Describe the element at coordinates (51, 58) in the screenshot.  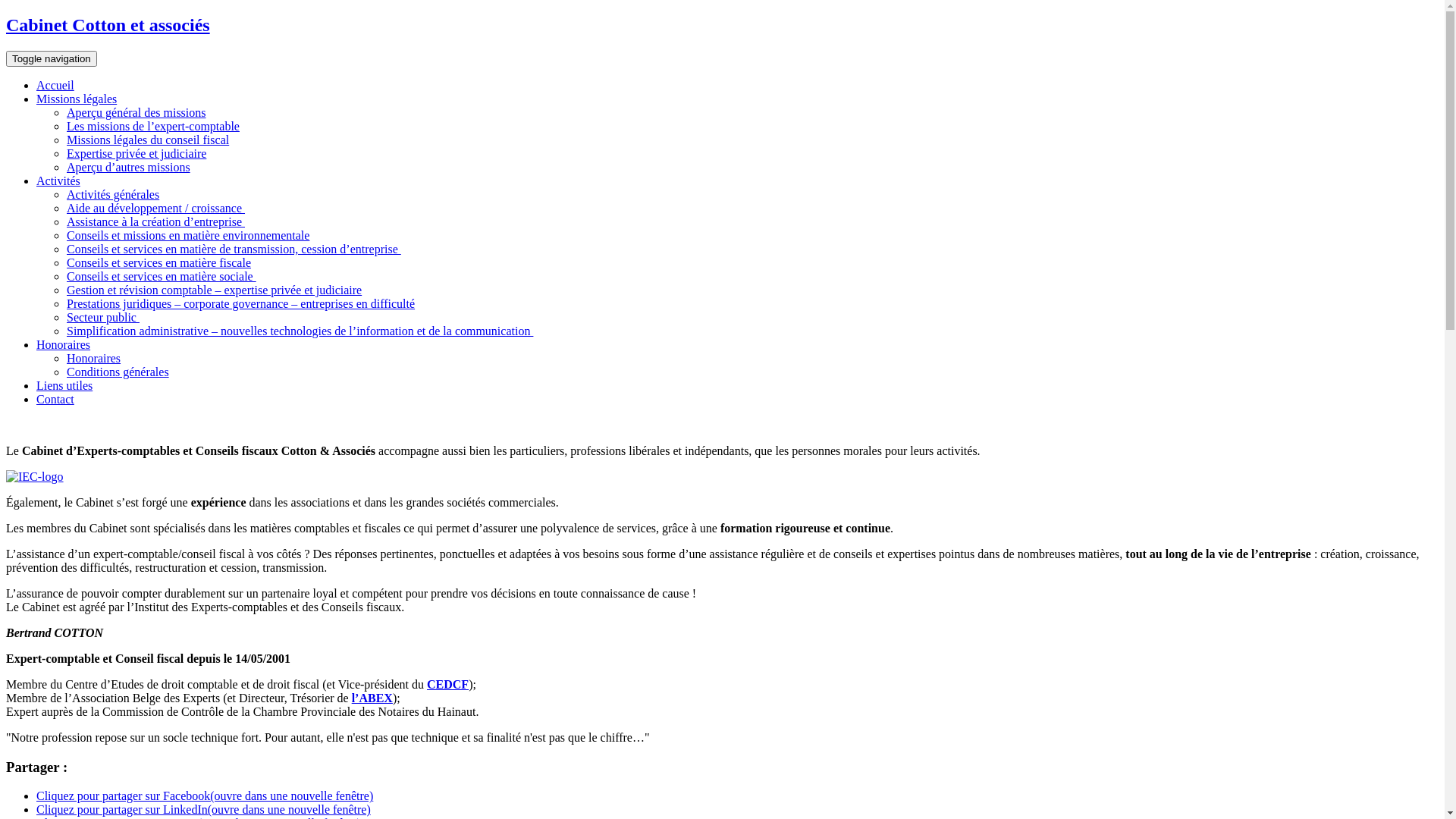
I see `'Toggle navigation'` at that location.